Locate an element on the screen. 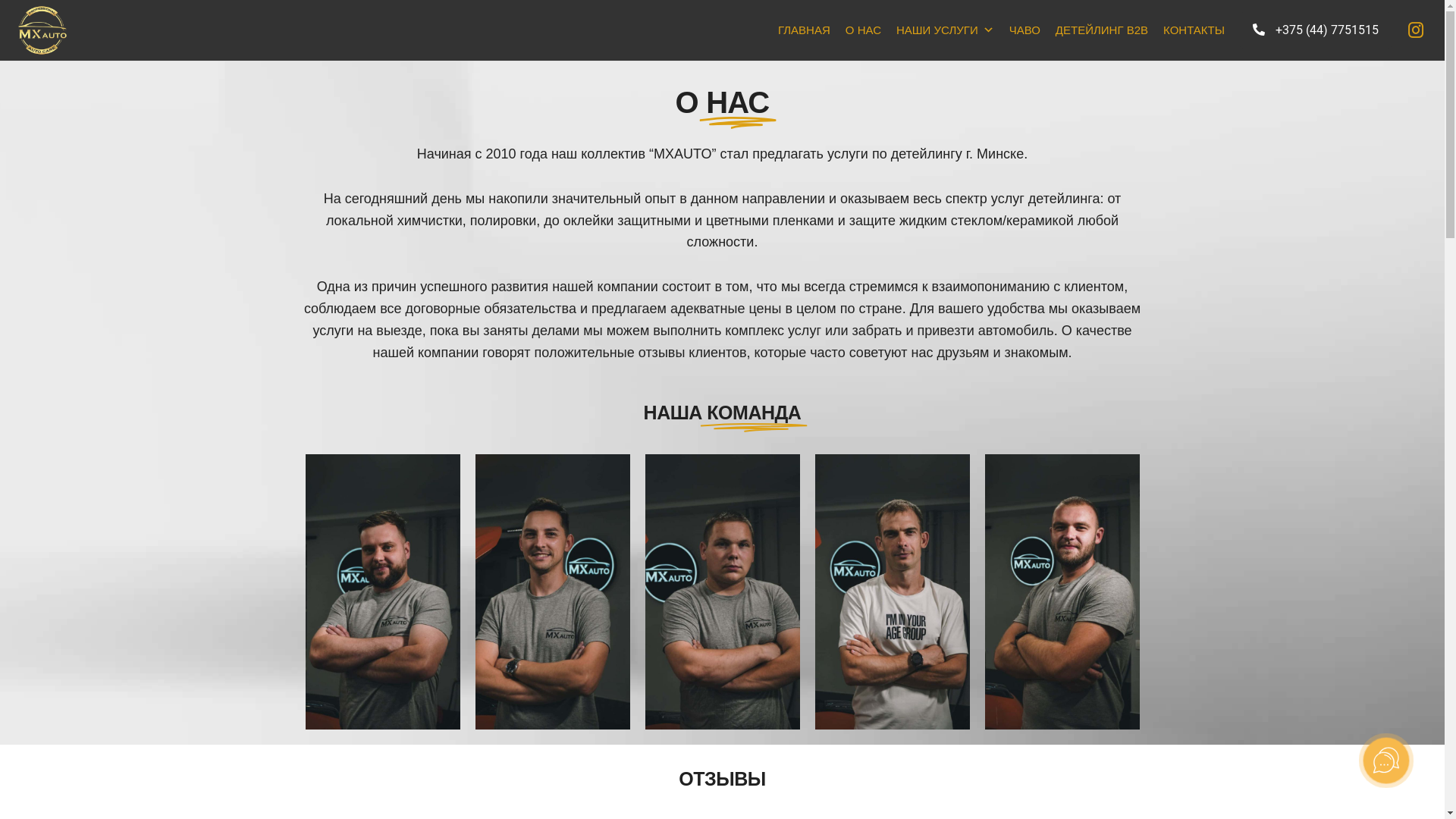  '+375 (44) 7751515' is located at coordinates (1314, 30).